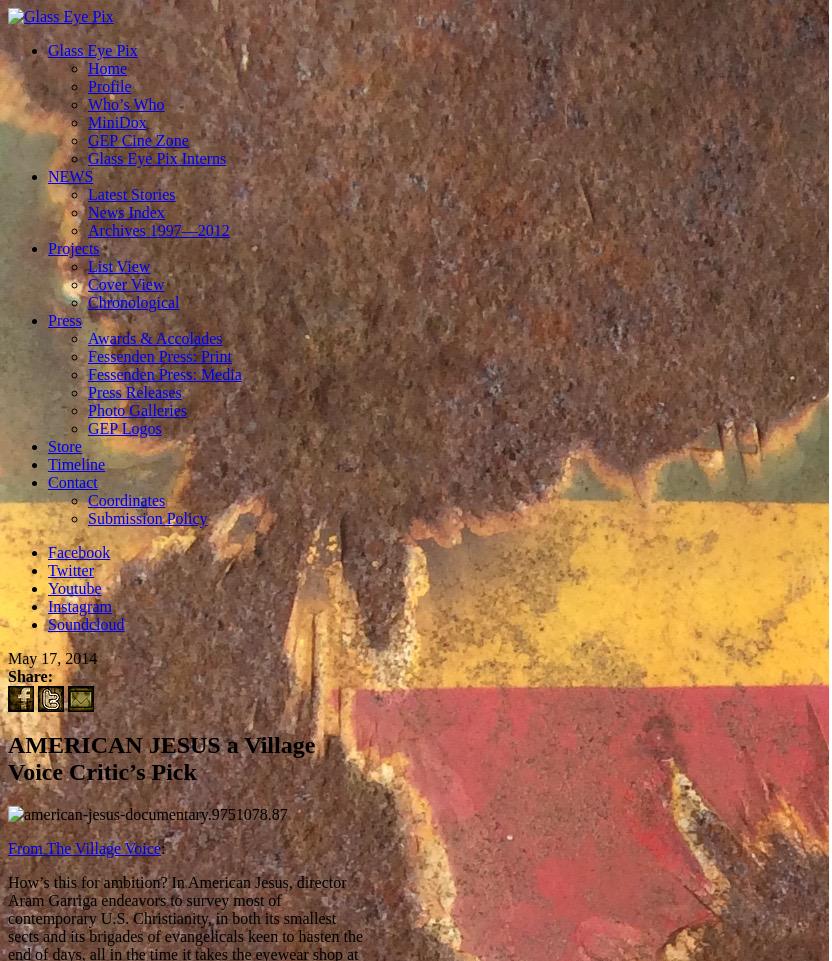 The width and height of the screenshot is (832, 961). I want to click on 'Store', so click(63, 445).